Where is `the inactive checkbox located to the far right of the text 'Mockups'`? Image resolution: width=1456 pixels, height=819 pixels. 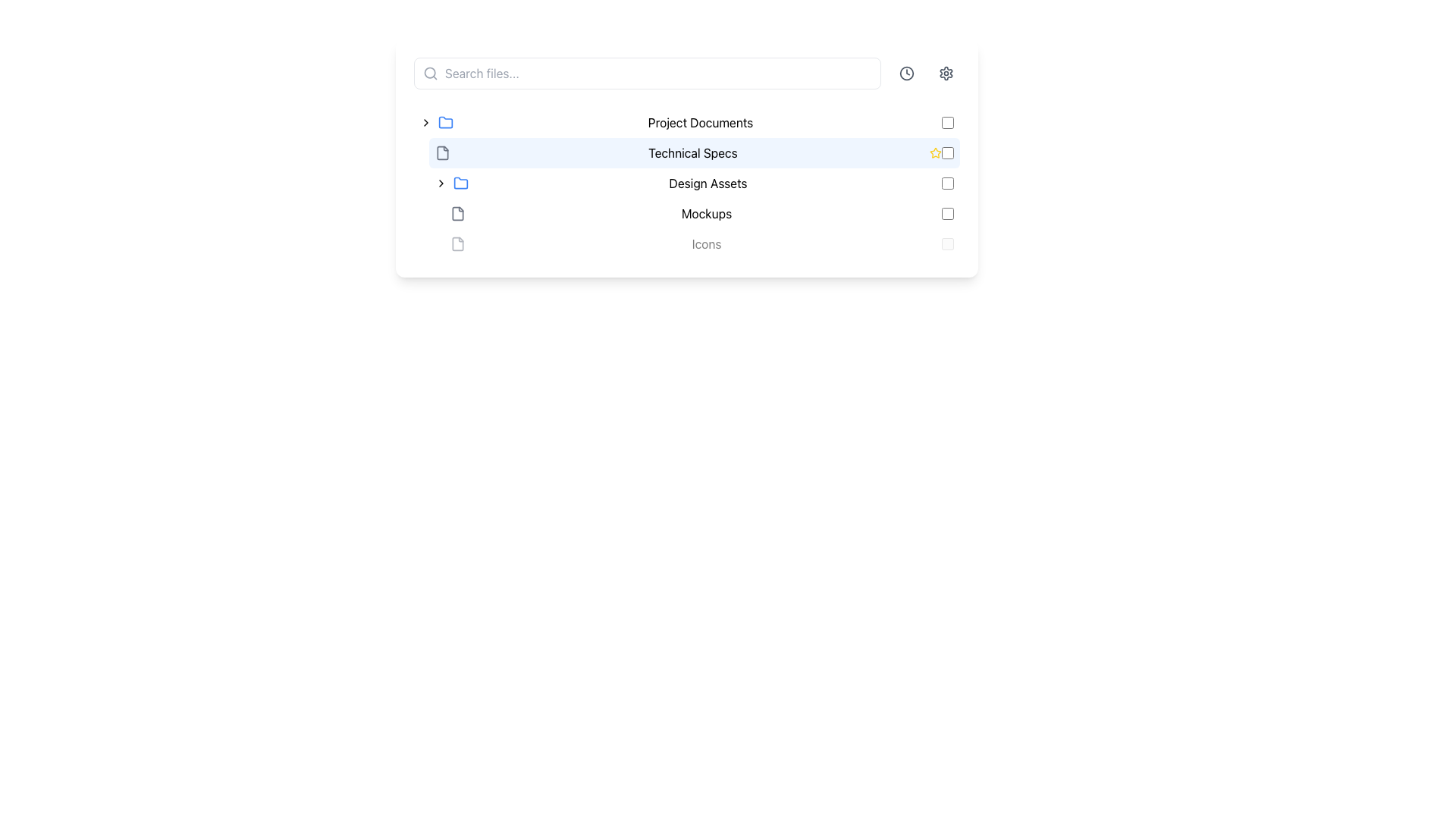
the inactive checkbox located to the far right of the text 'Mockups' is located at coordinates (946, 213).